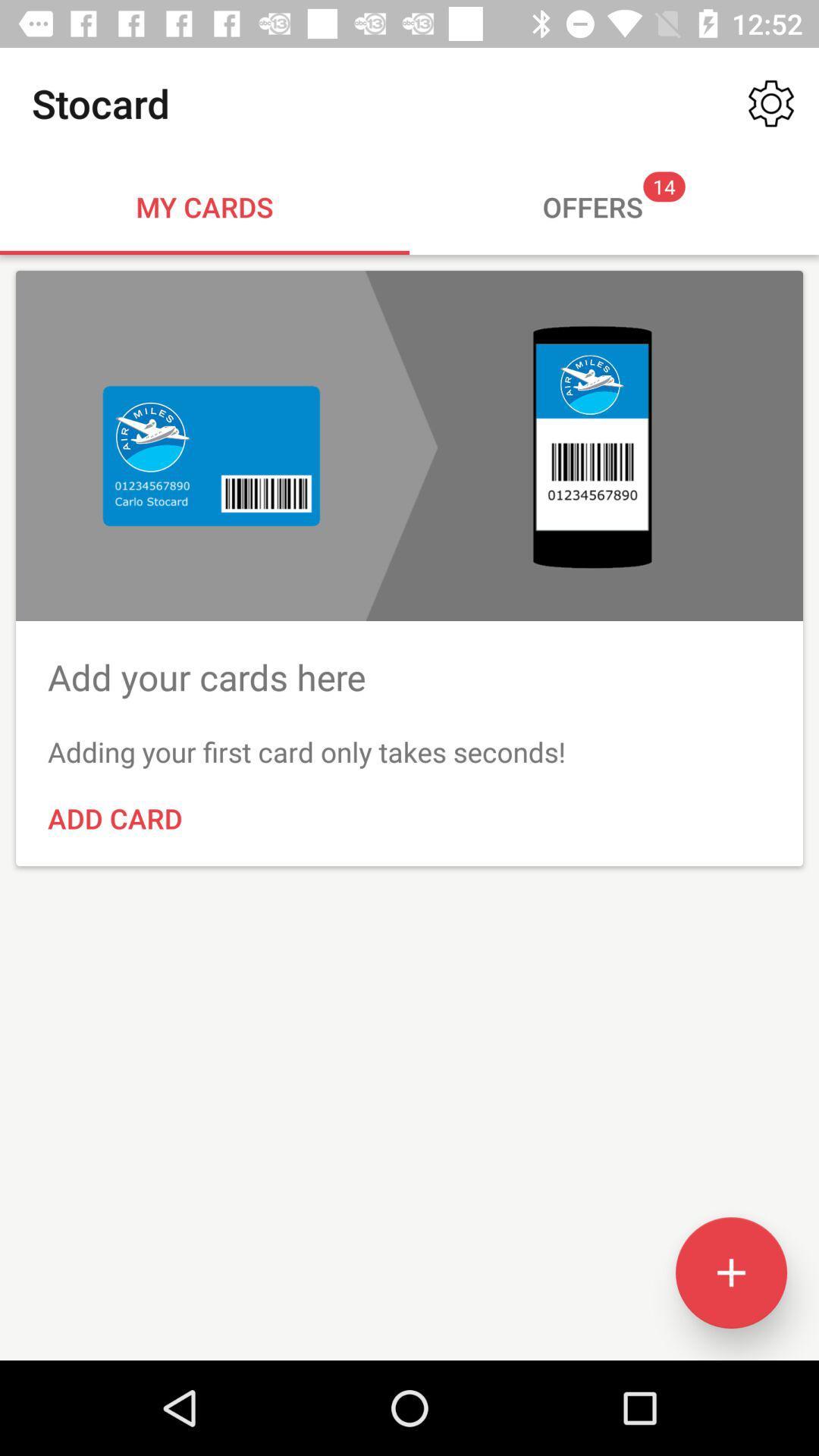 This screenshot has width=819, height=1456. What do you see at coordinates (730, 1272) in the screenshot?
I see `the add icon` at bounding box center [730, 1272].